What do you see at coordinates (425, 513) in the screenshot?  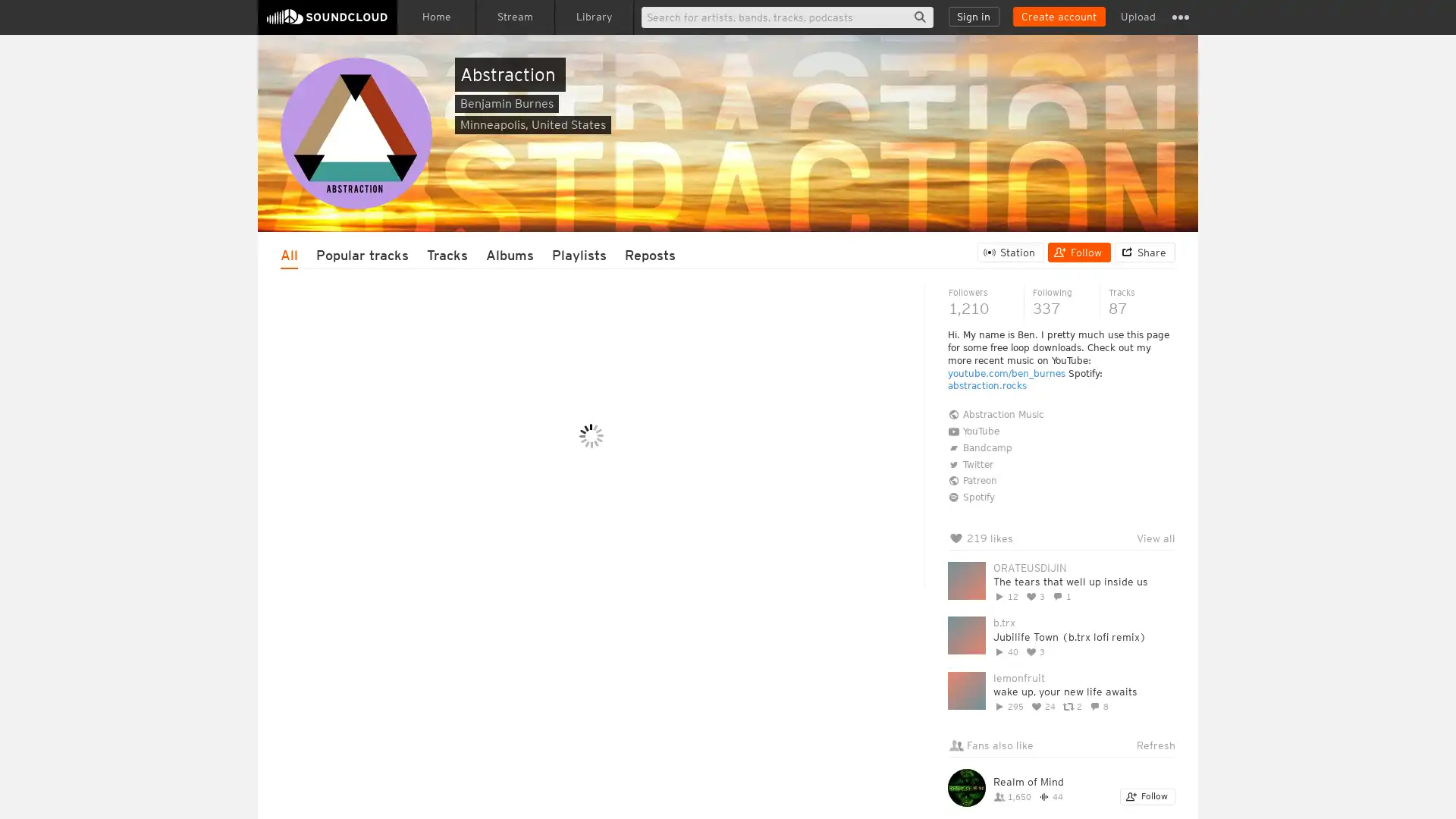 I see `Play` at bounding box center [425, 513].